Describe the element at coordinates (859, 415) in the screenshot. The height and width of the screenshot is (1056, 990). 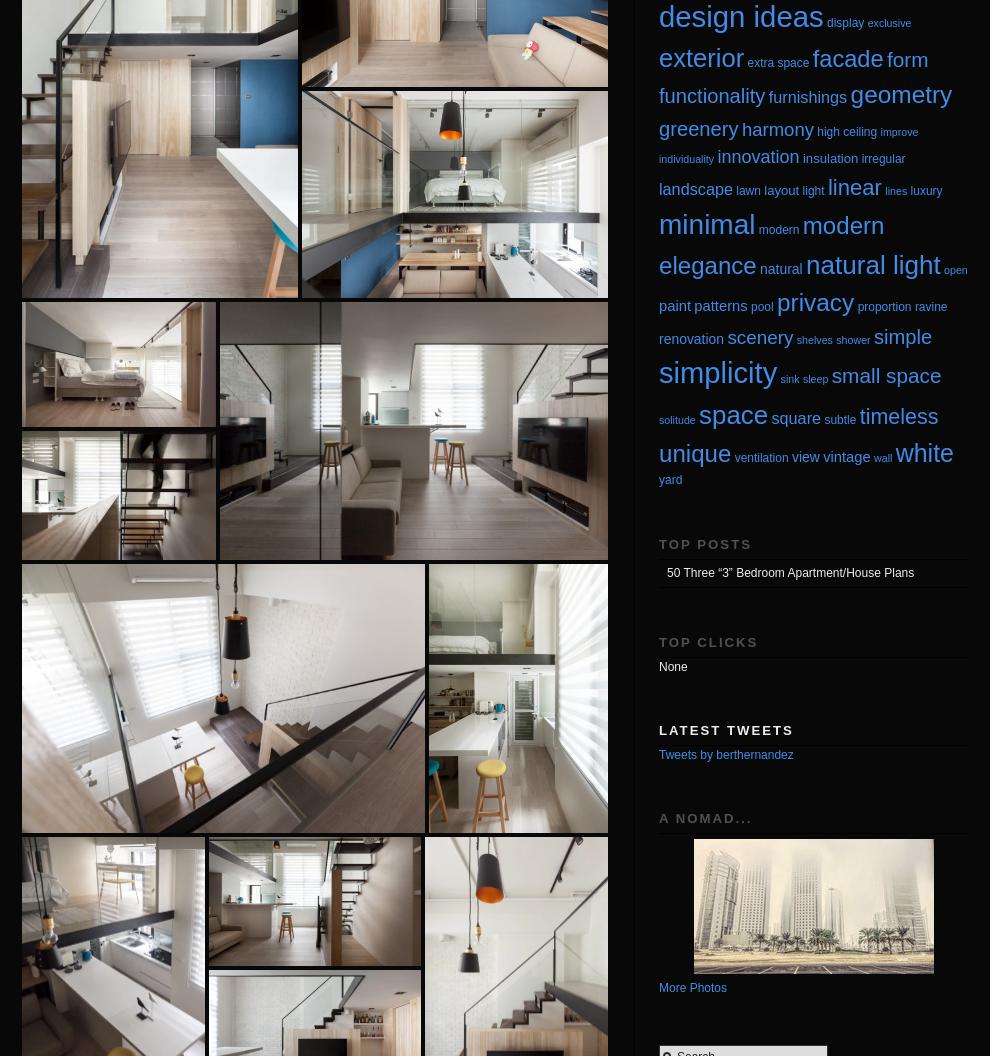
I see `'timeless'` at that location.